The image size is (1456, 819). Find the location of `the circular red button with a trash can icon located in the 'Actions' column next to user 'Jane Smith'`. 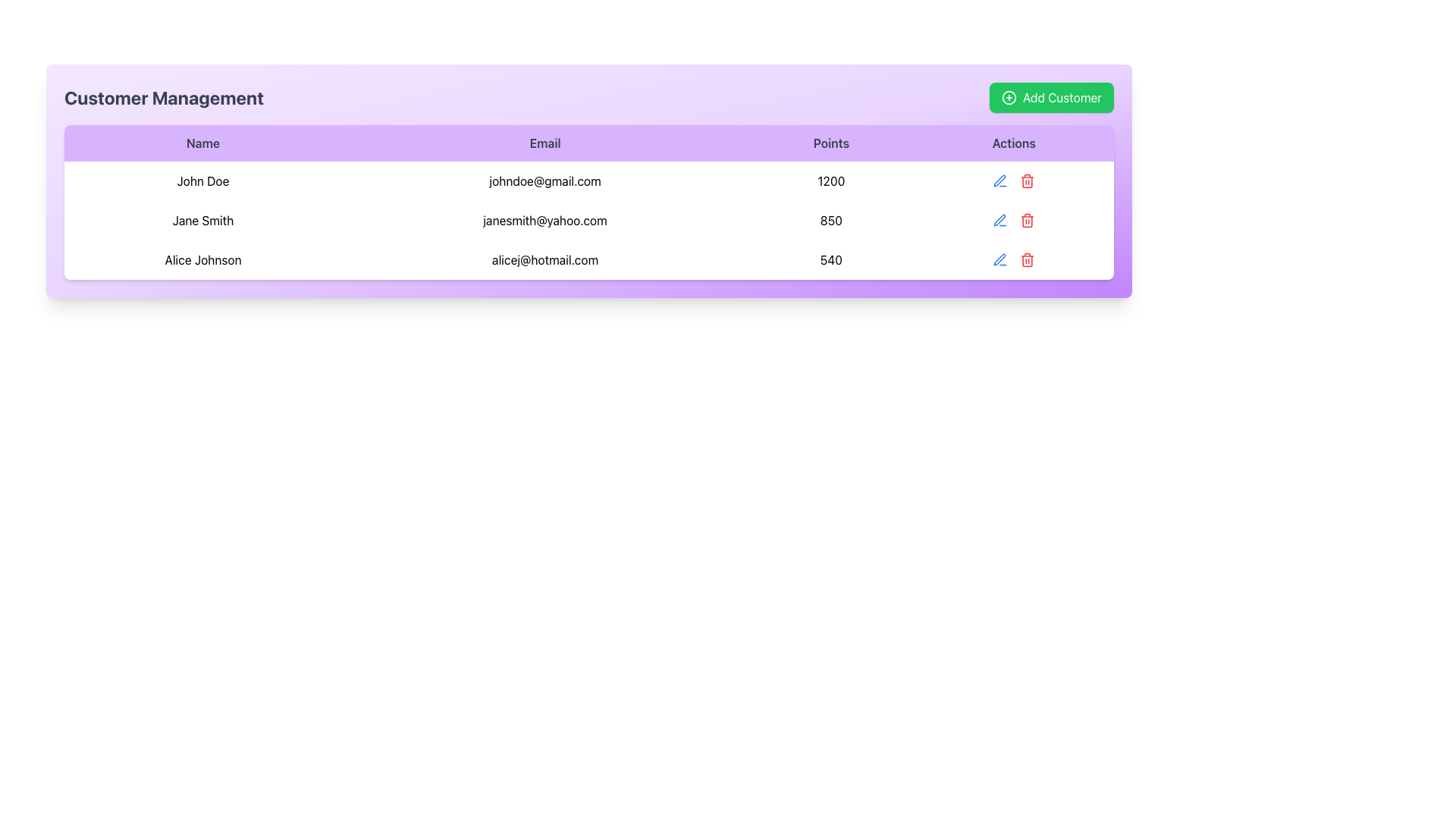

the circular red button with a trash can icon located in the 'Actions' column next to user 'Jane Smith' is located at coordinates (1028, 180).